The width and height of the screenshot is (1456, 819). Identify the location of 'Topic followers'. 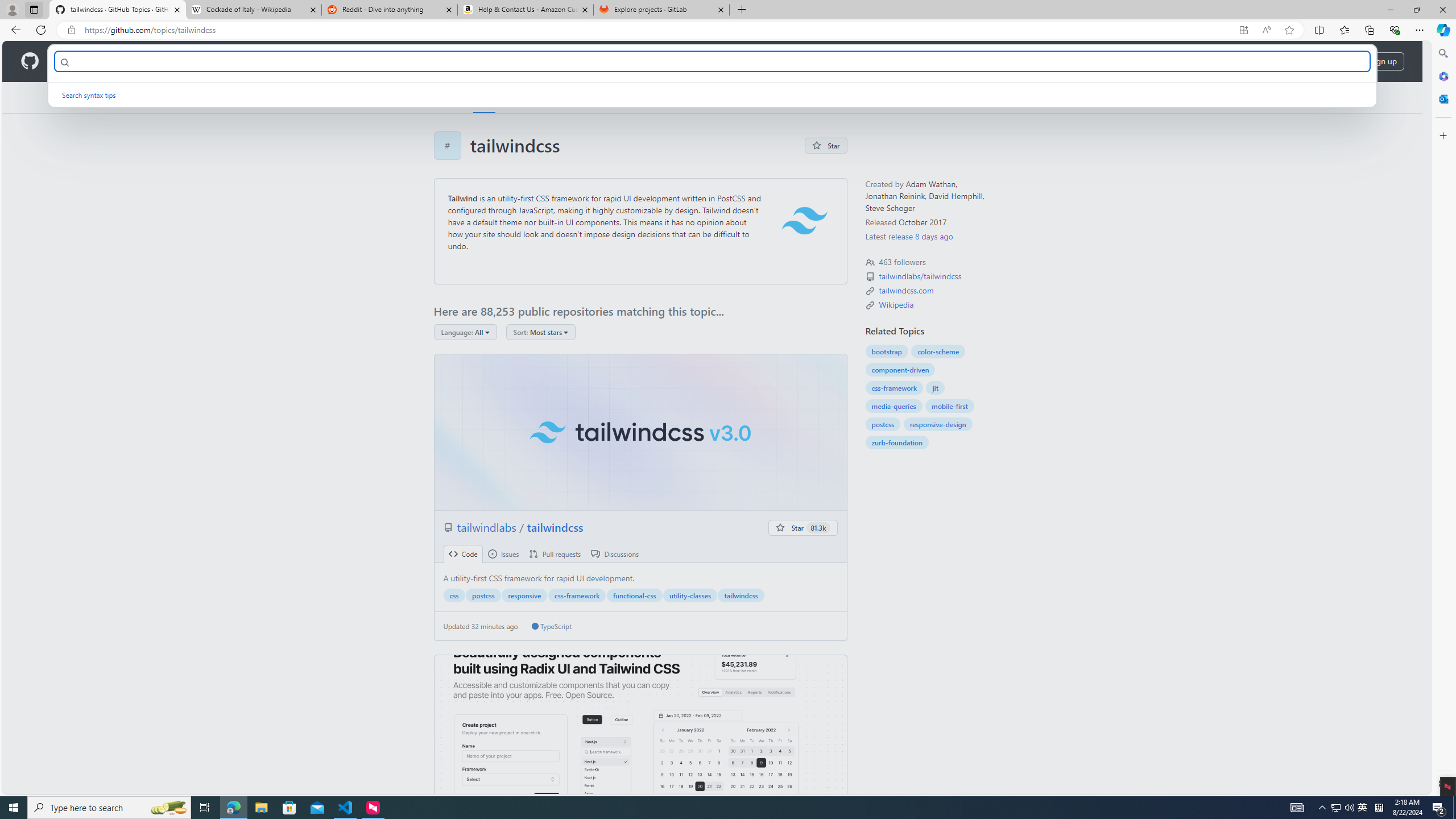
(869, 262).